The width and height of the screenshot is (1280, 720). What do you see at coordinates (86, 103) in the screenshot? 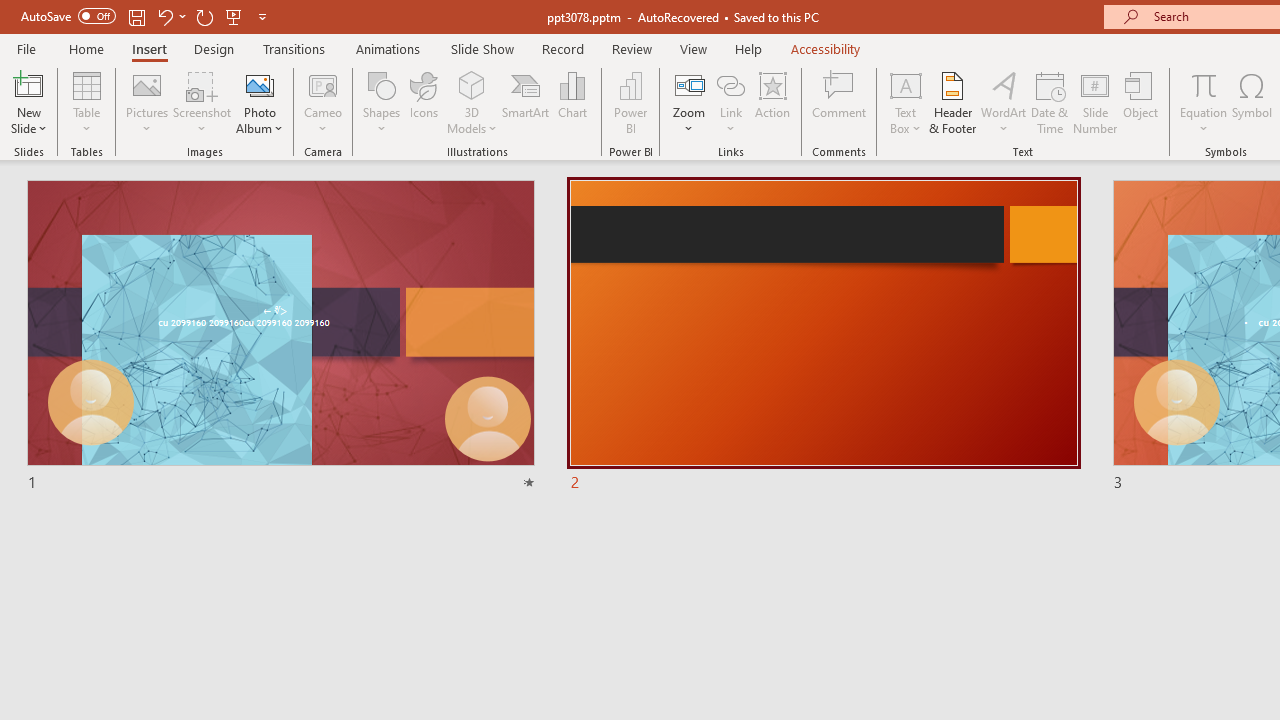
I see `'Table'` at bounding box center [86, 103].